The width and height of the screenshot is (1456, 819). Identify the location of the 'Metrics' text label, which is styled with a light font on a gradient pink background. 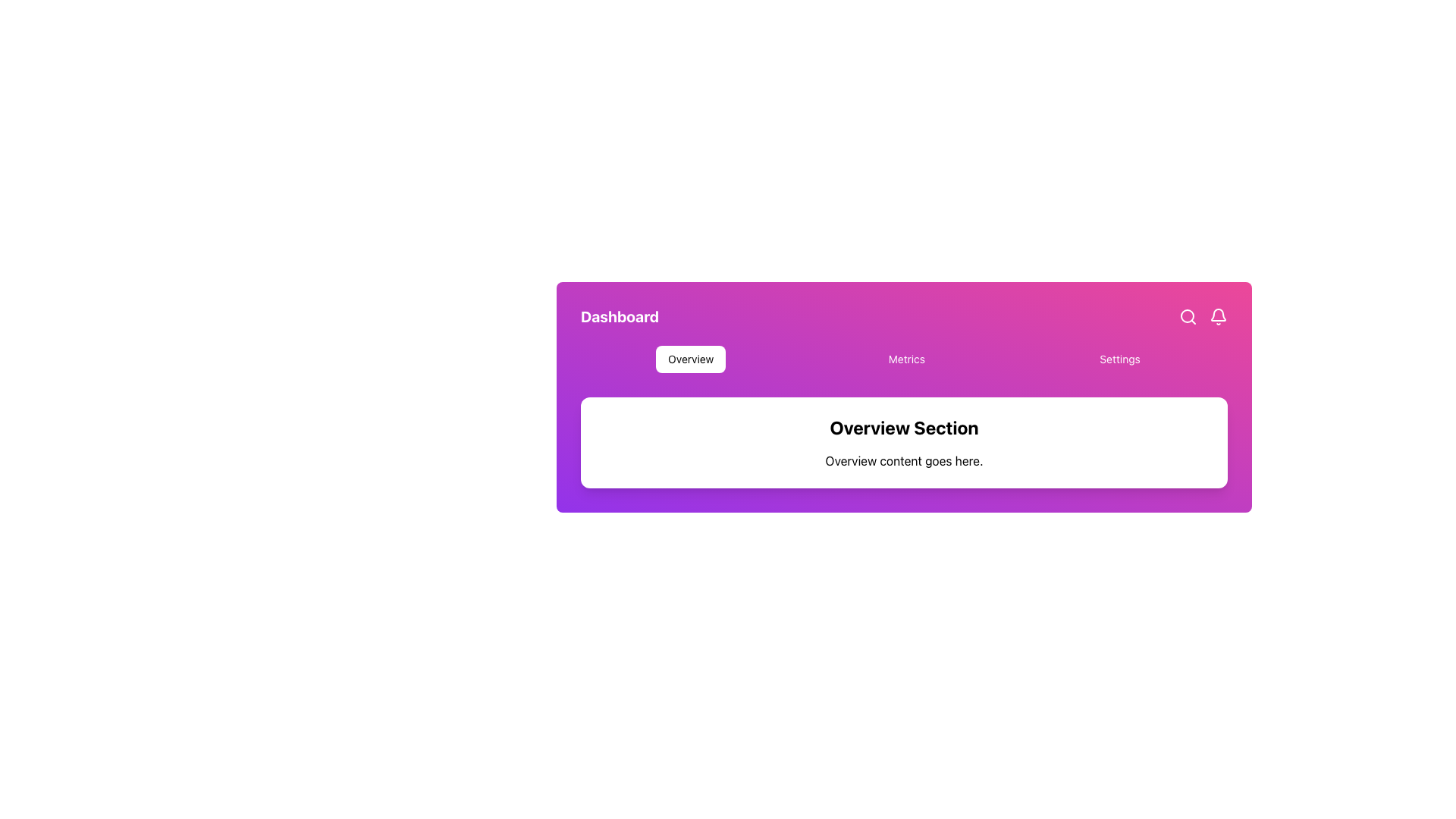
(906, 359).